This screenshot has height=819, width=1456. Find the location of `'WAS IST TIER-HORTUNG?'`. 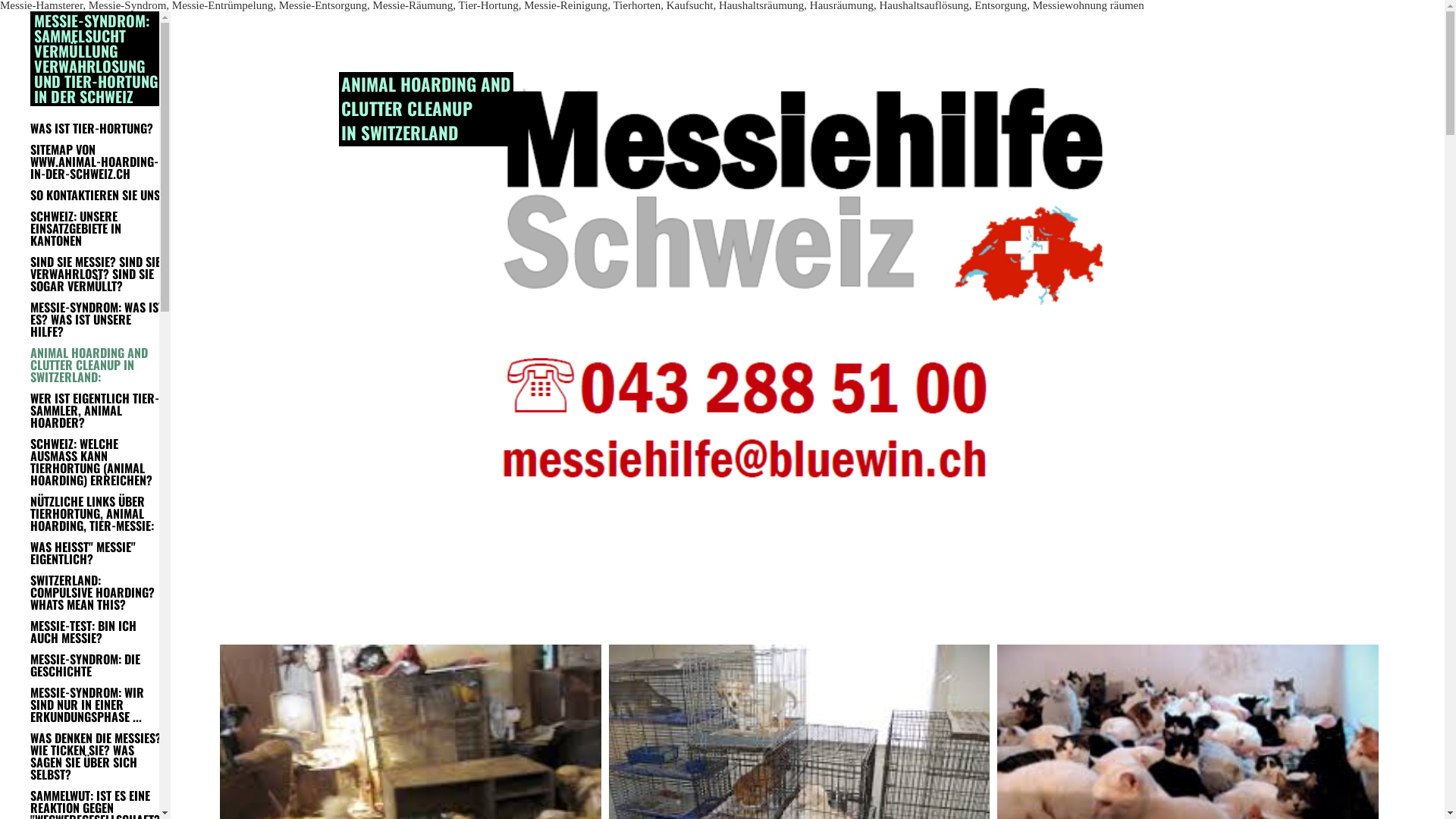

'WAS IST TIER-HORTUNG?' is located at coordinates (30, 127).